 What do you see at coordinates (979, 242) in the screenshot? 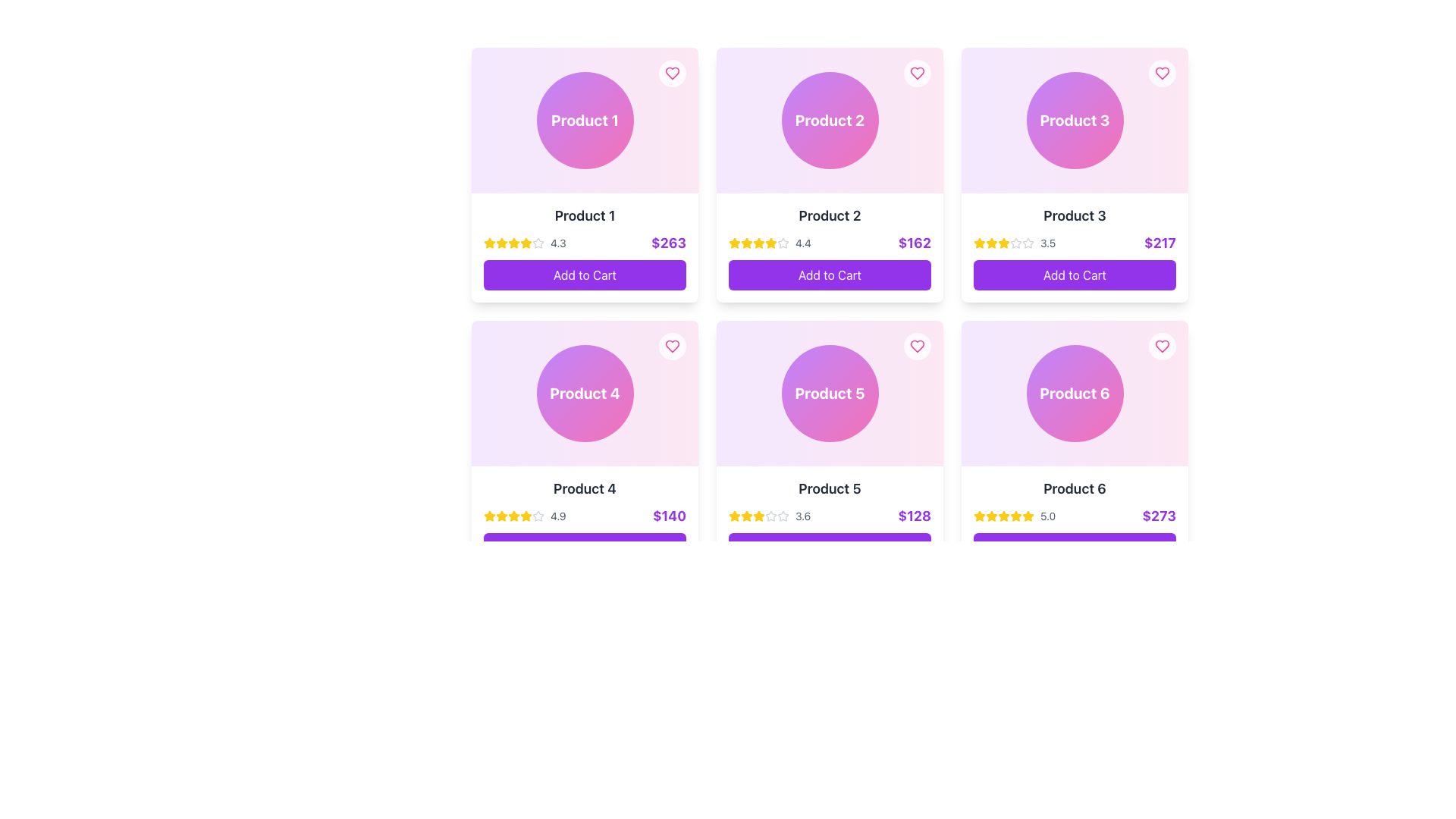
I see `the first star icon in the rating section of 'Product 3' located in the top-right card of the product cards` at bounding box center [979, 242].